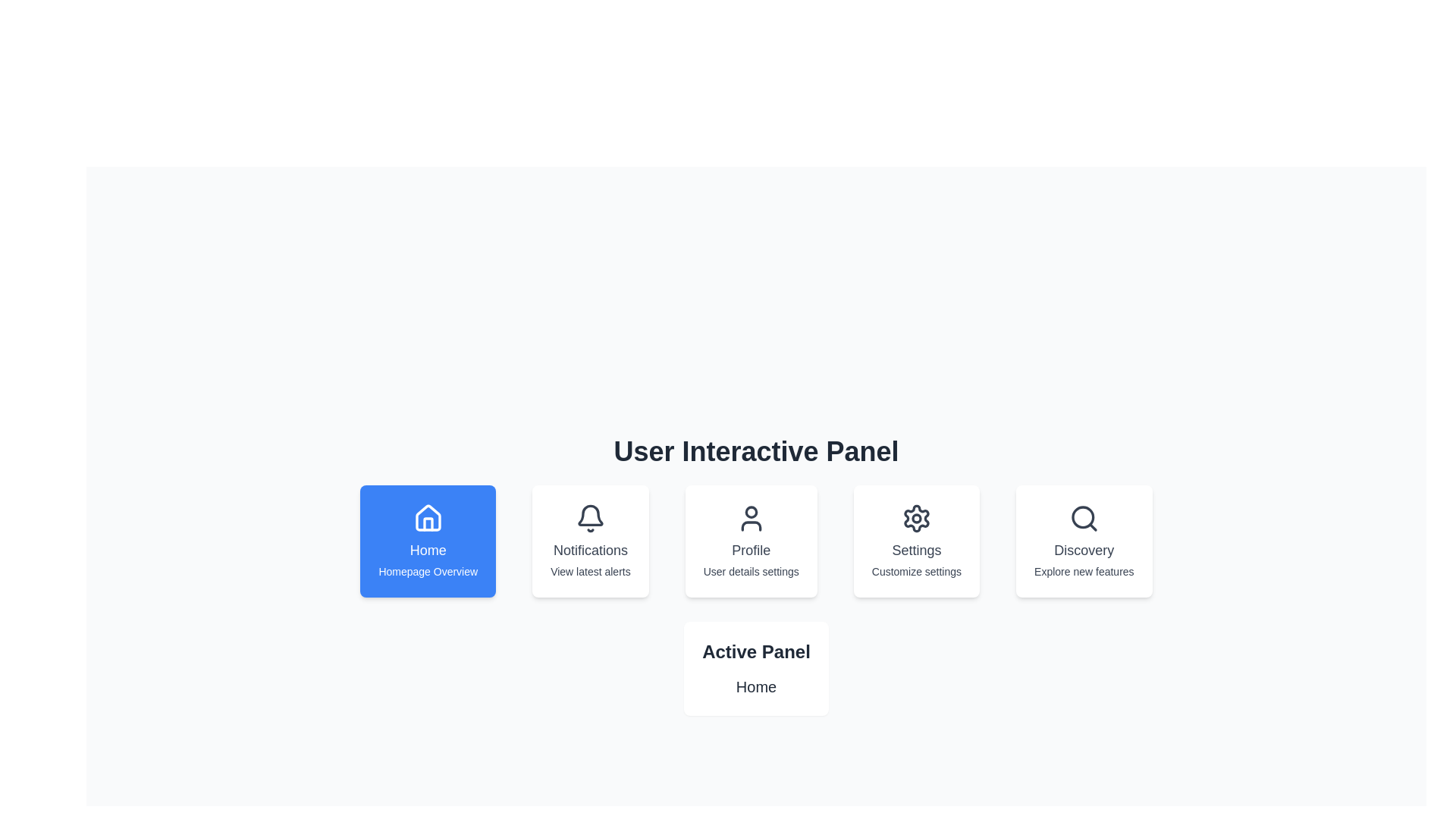  I want to click on the house icon on the 'Home' card, which is styled with a simple outline against a blue background and located at the top-center of the card labeled 'Homepage Overview.', so click(427, 517).